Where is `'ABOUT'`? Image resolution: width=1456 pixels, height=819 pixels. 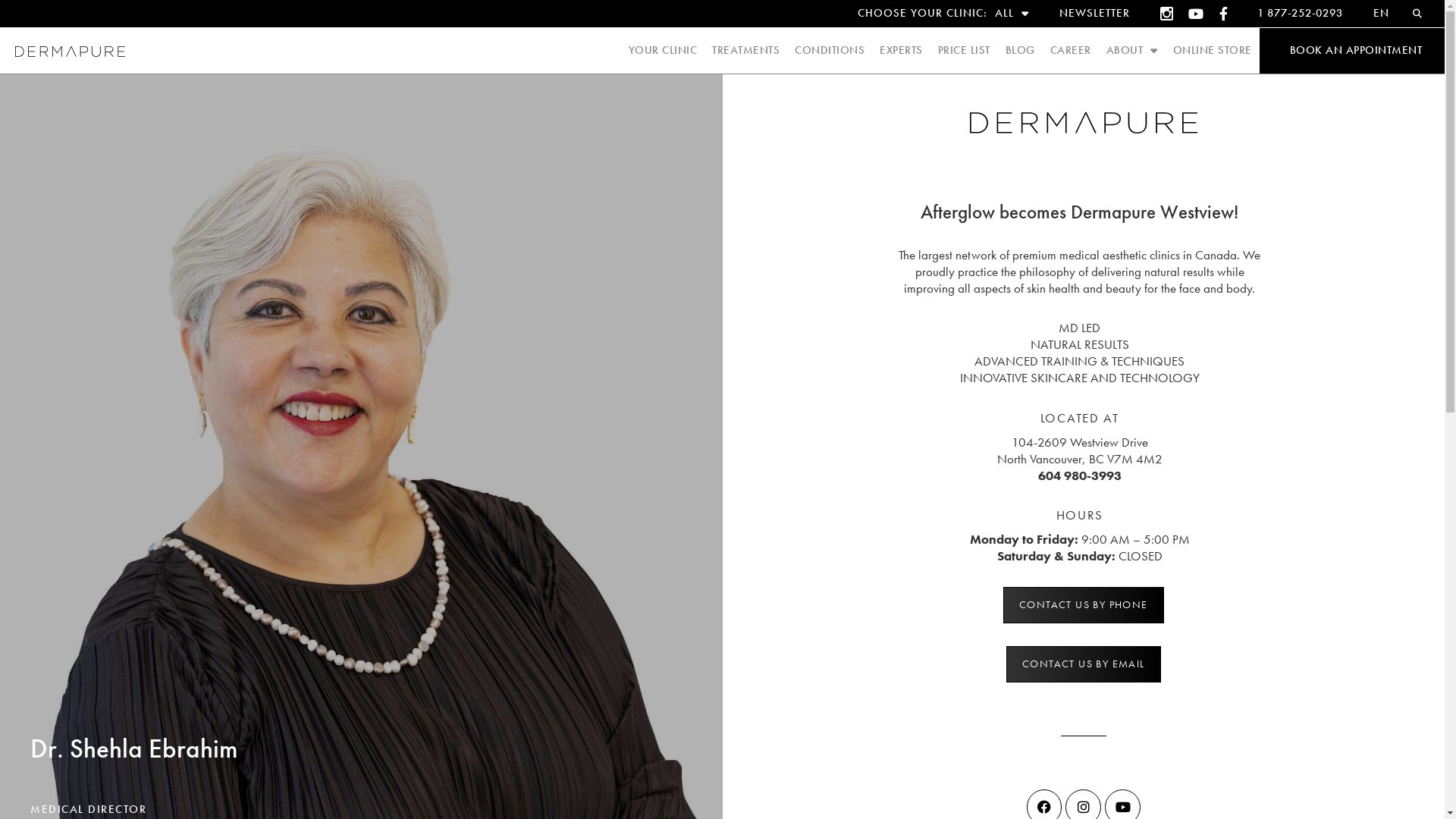 'ABOUT' is located at coordinates (1131, 49).